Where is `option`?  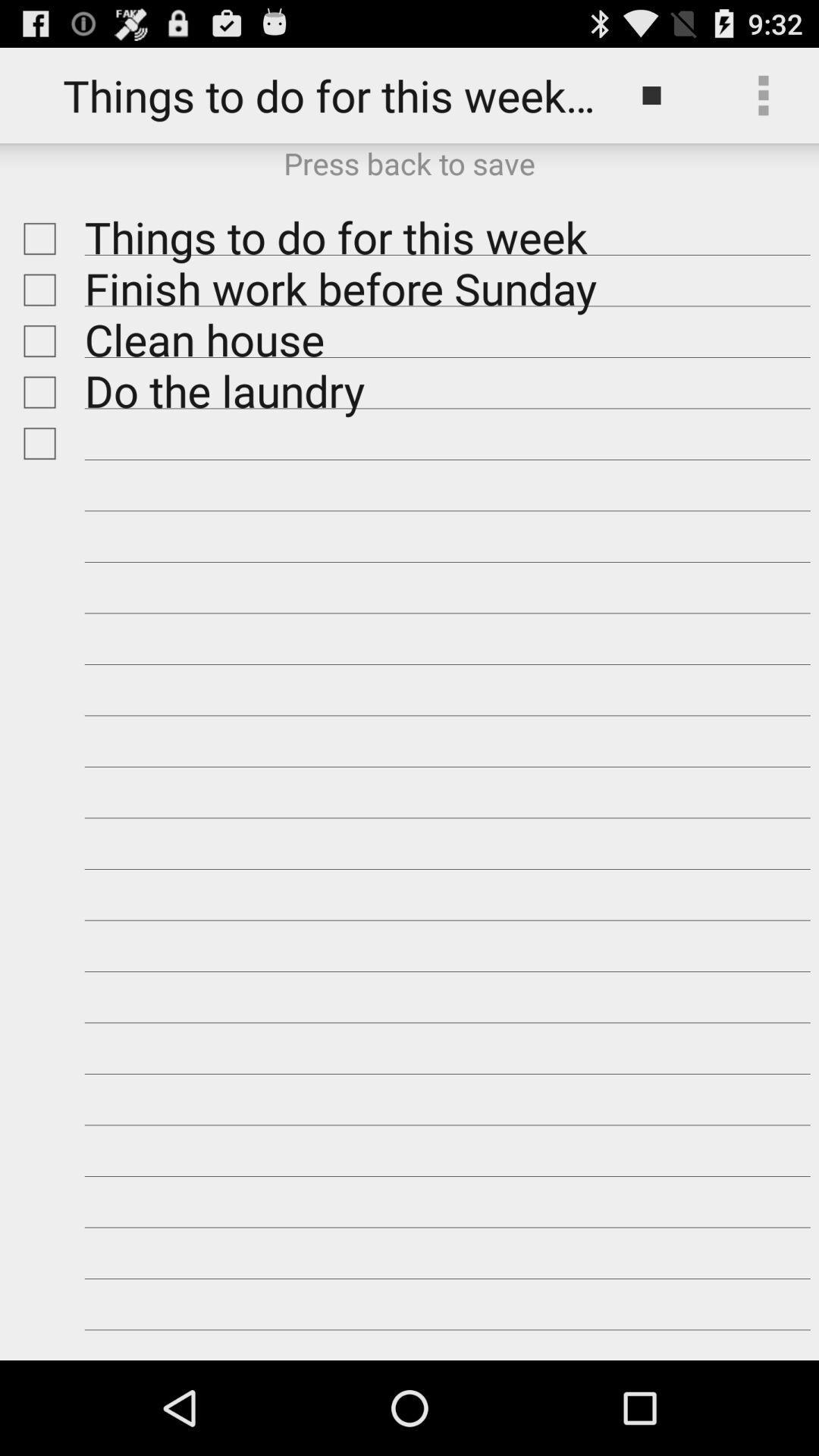 option is located at coordinates (35, 238).